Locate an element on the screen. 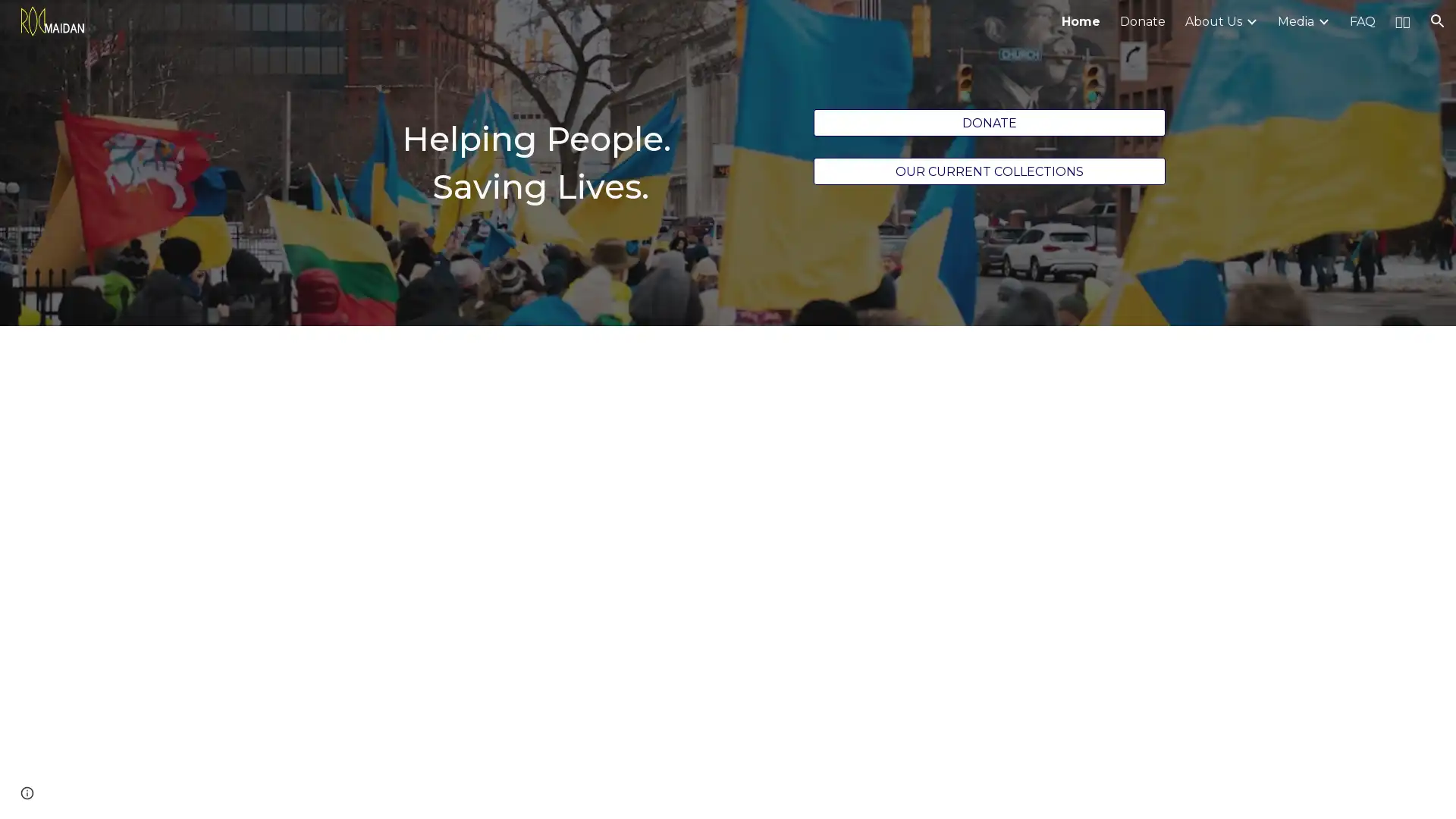 This screenshot has width=1456, height=819. Skip to main content is located at coordinates (597, 28).